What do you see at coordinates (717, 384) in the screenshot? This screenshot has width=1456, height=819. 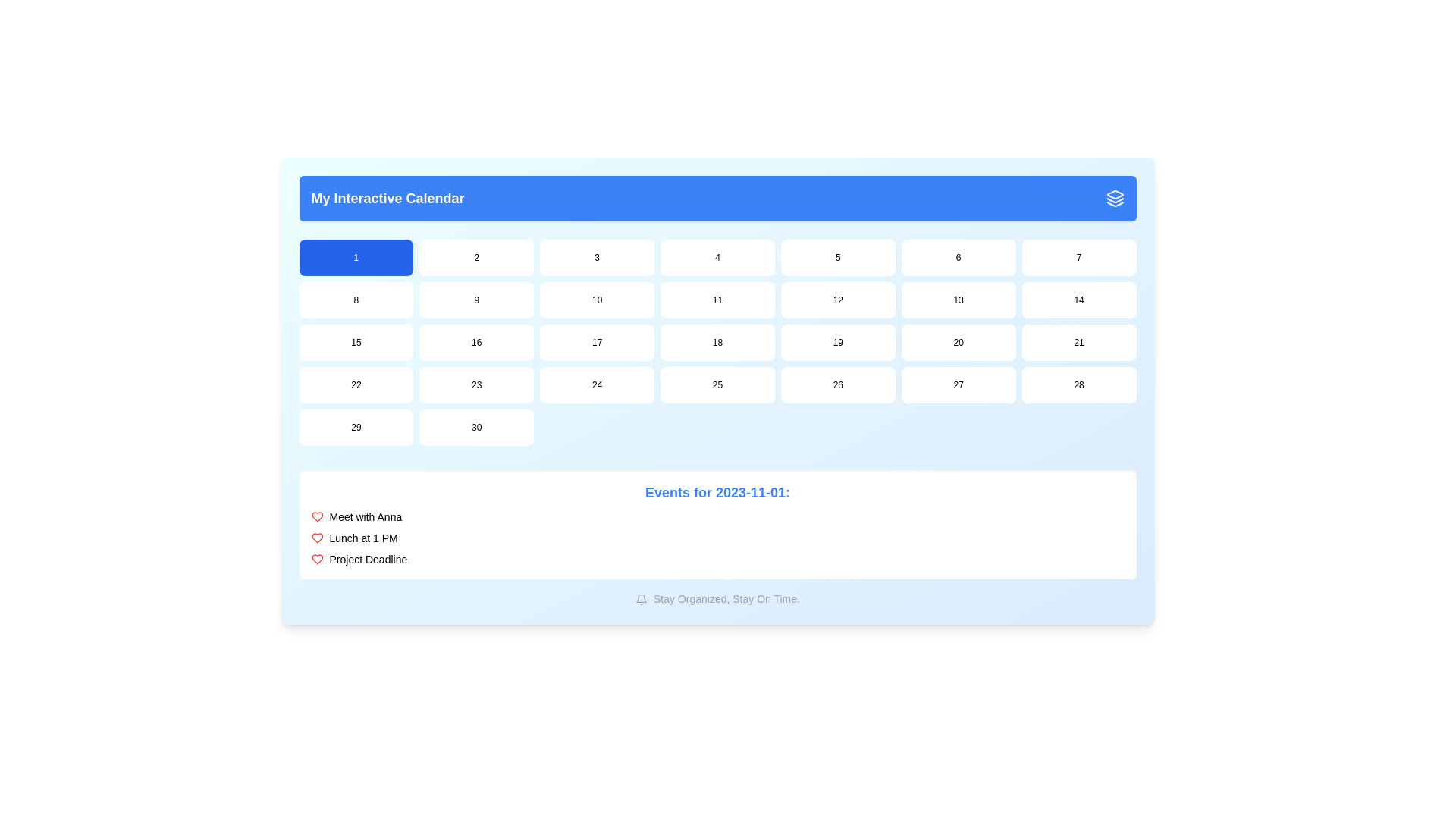 I see `the rounded rectangular button displaying the text '25' with a white background located in the fifth row and fourth column of the calendar grid` at bounding box center [717, 384].